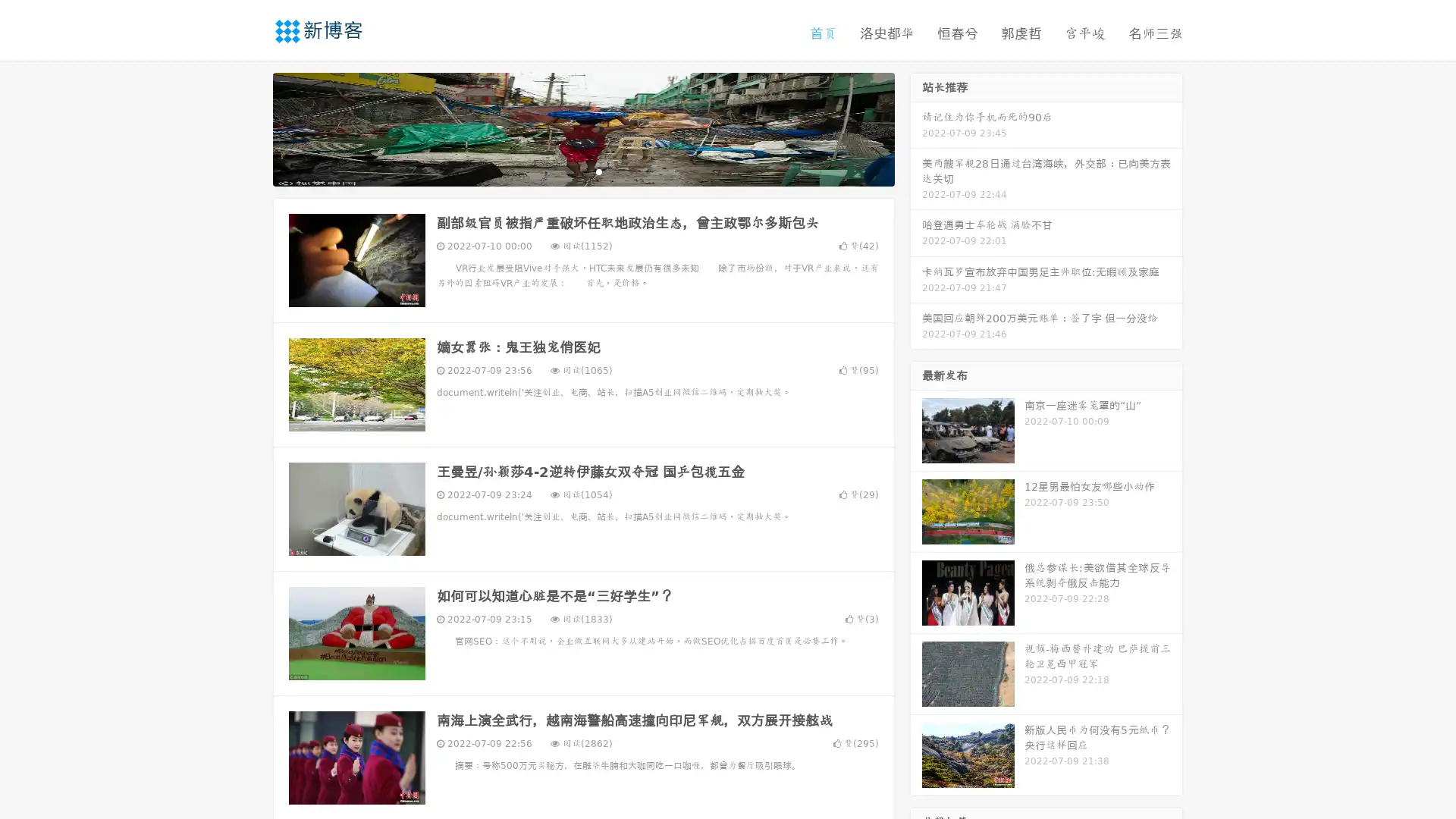  What do you see at coordinates (250, 127) in the screenshot?
I see `Previous slide` at bounding box center [250, 127].